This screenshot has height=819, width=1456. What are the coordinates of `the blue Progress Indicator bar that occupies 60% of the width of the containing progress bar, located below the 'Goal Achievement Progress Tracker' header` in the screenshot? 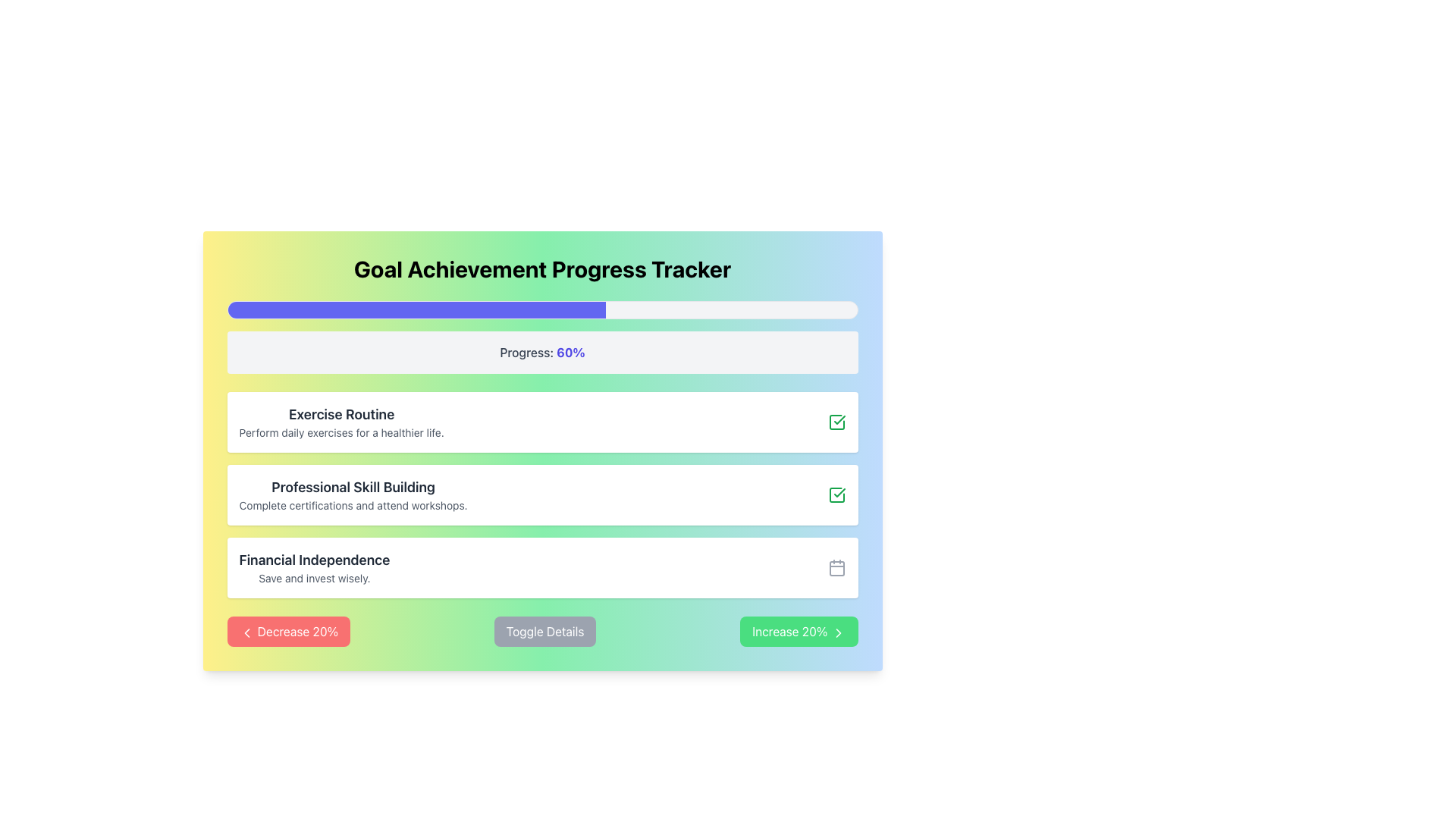 It's located at (416, 309).